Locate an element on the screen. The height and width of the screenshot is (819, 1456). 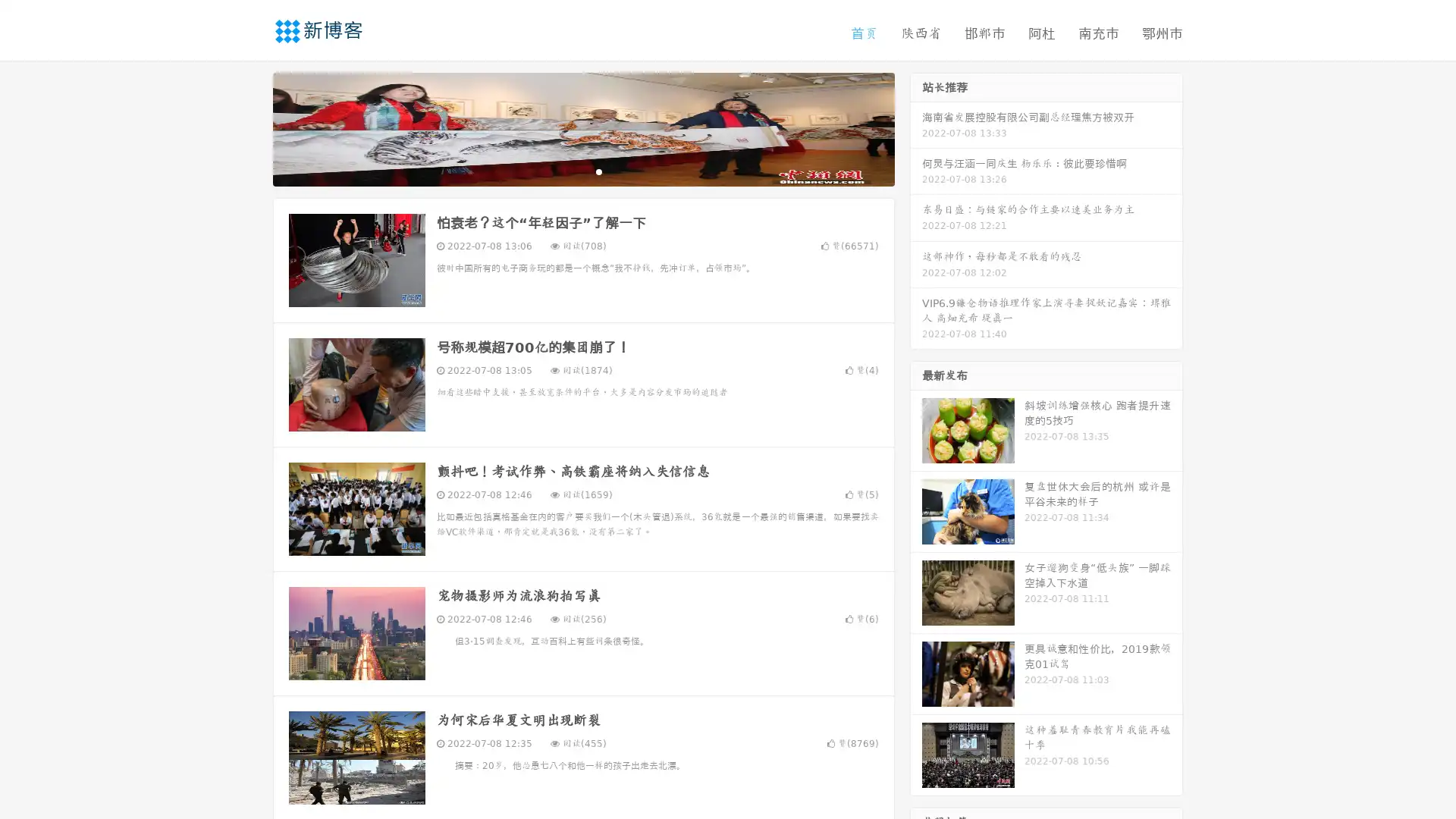
Next slide is located at coordinates (916, 127).